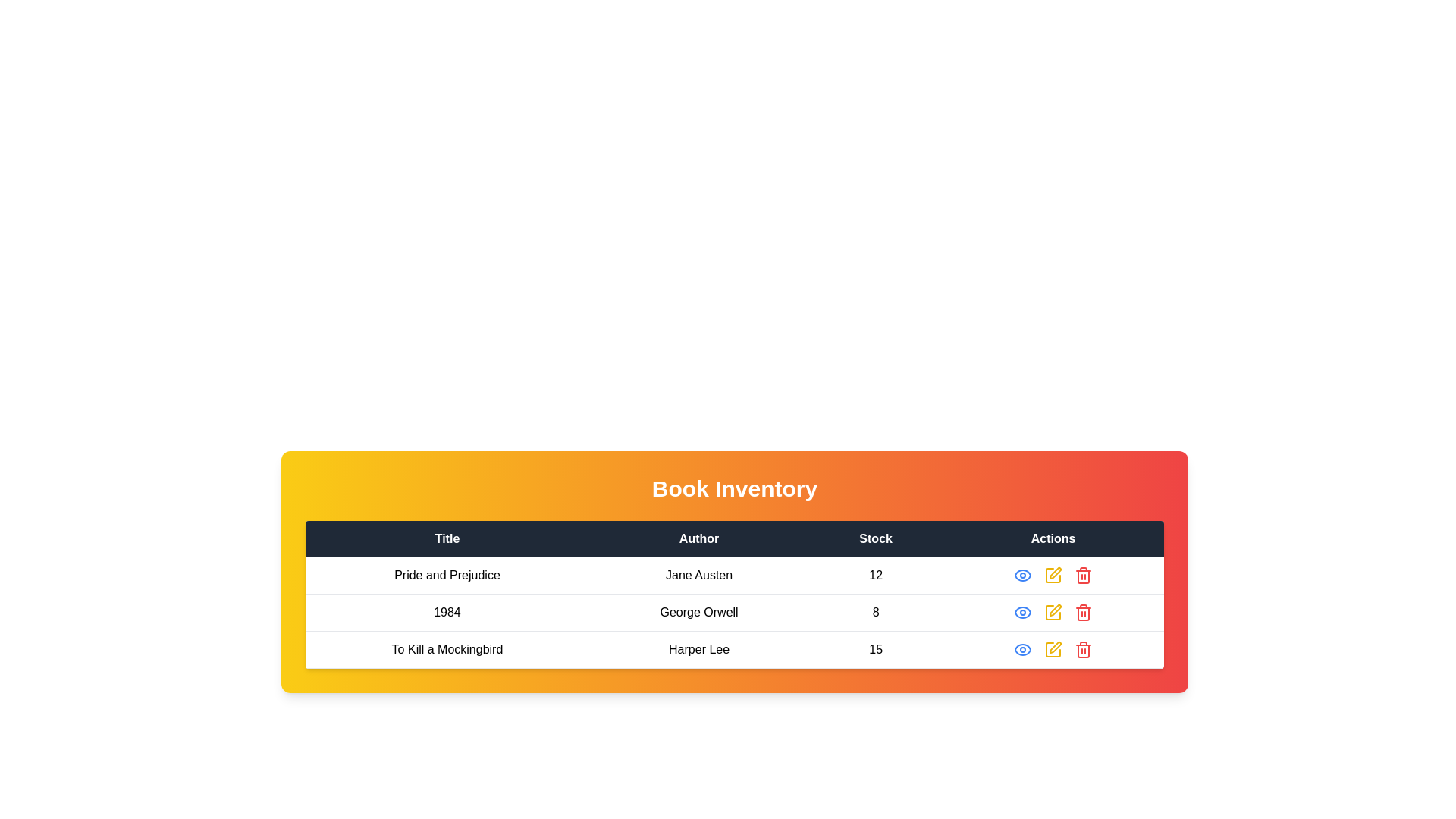  Describe the element at coordinates (876, 648) in the screenshot. I see `the numeric cell displaying the number '15' in the third row and third column of the tabular structure` at that location.